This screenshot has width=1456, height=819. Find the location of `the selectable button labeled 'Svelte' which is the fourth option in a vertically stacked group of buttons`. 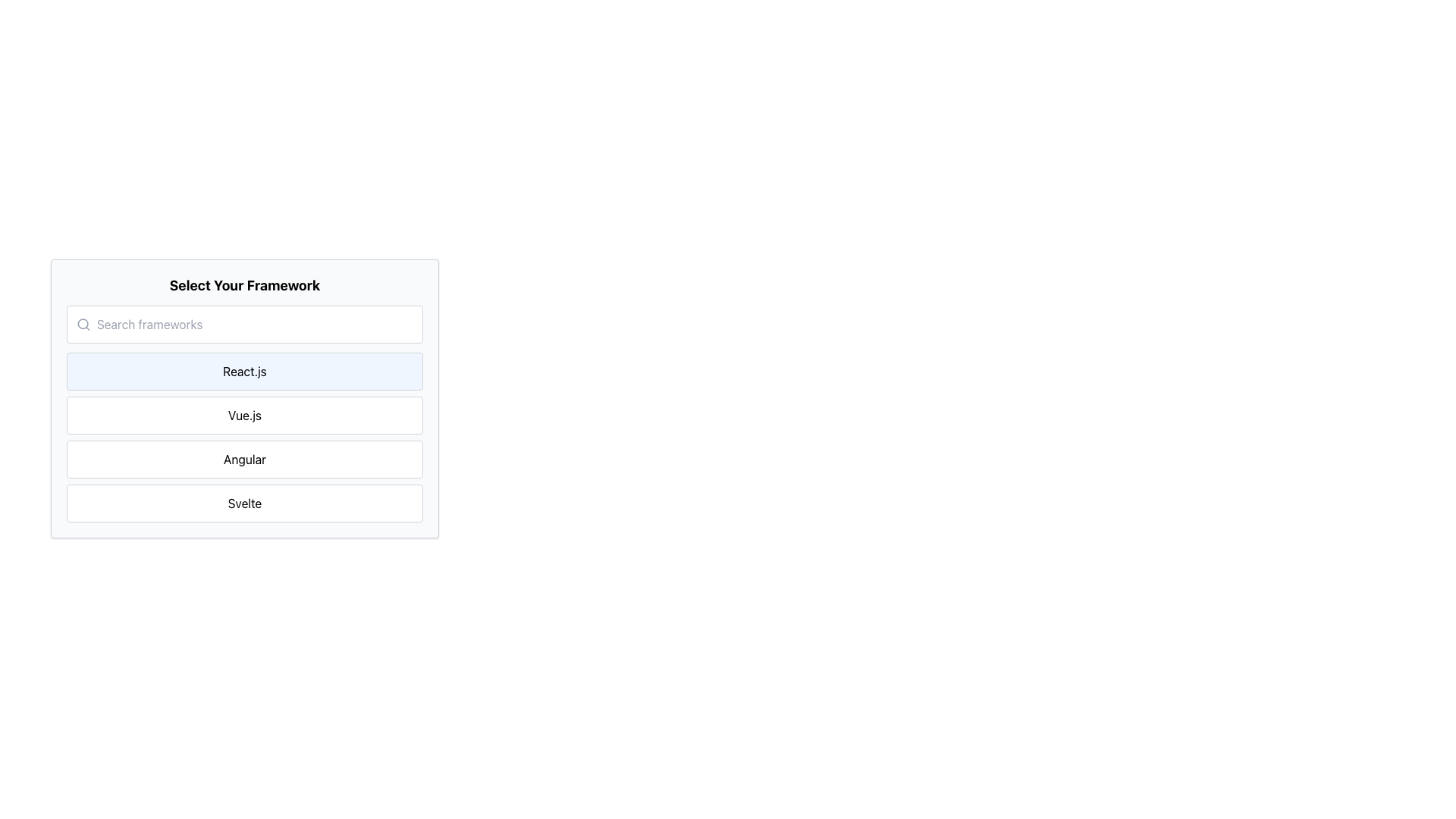

the selectable button labeled 'Svelte' which is the fourth option in a vertically stacked group of buttons is located at coordinates (244, 503).